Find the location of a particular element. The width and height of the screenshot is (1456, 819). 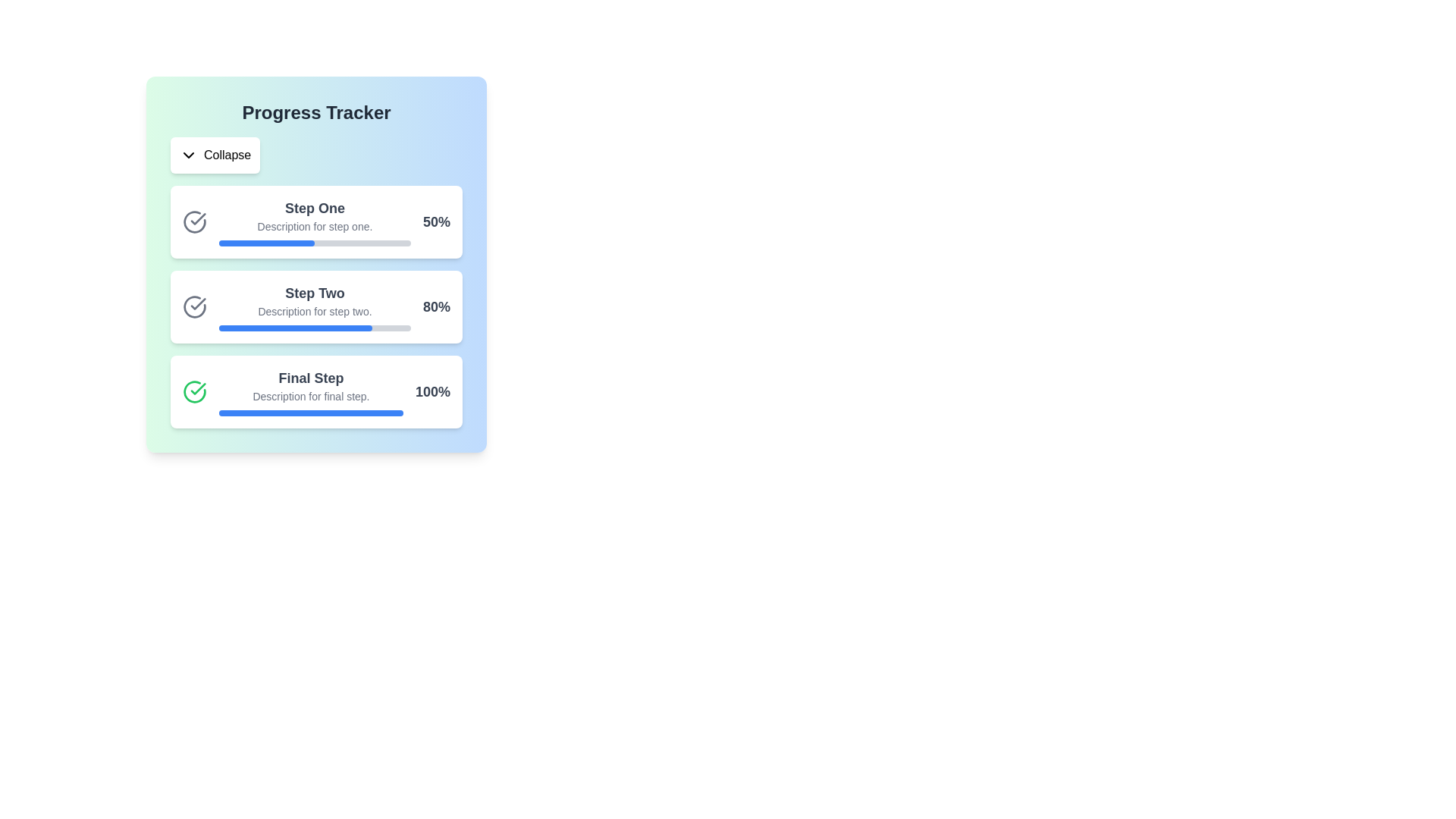

the text label 'Step One' which is prominently displayed in a bold, large font with dark gray color, located at the beginning of the first progress item in a vertical list of steps is located at coordinates (314, 208).